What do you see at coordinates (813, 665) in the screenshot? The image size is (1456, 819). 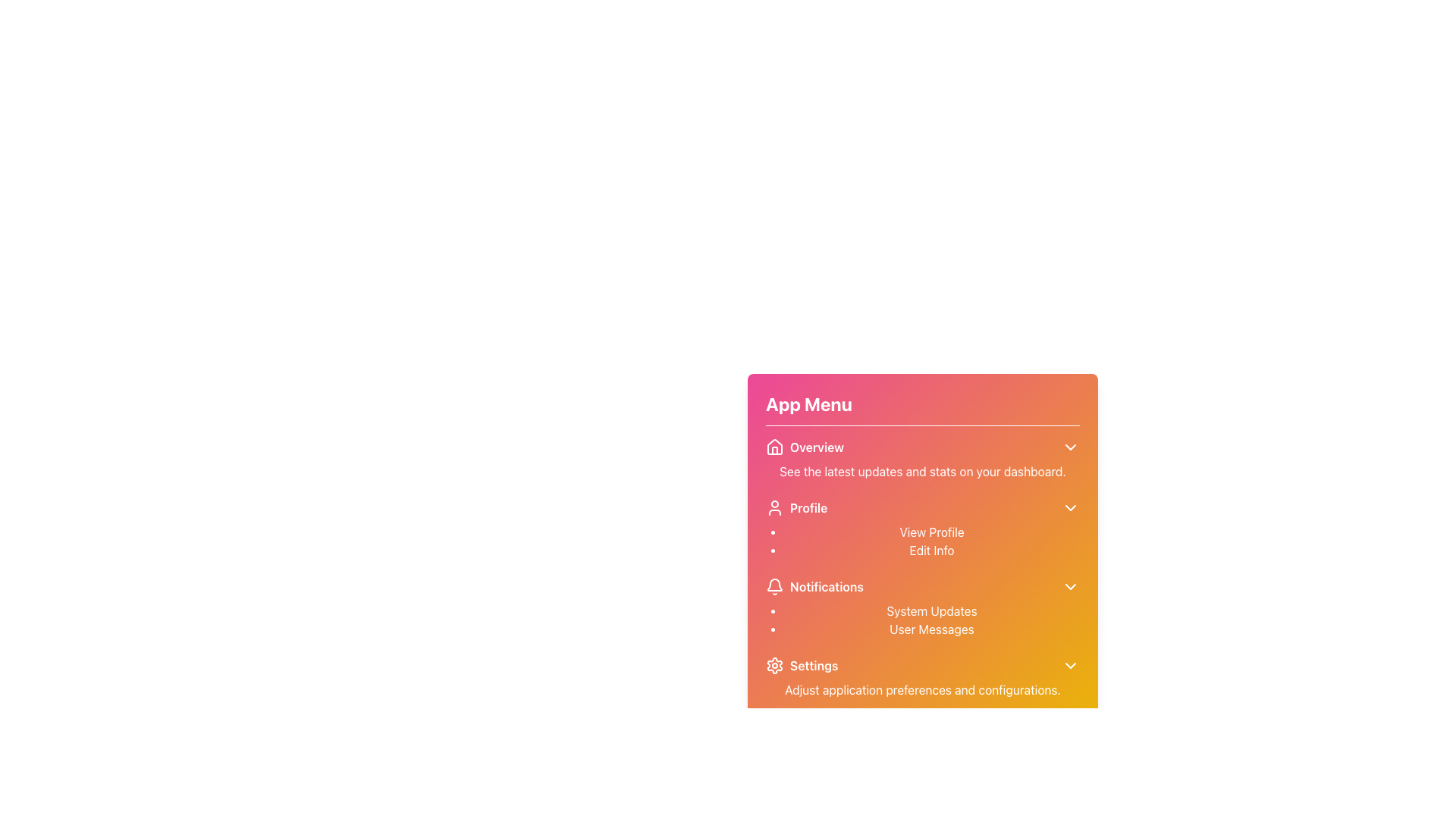 I see `text label that identifies the settings section in the App Menu, located directly to the right of the light gear icon` at bounding box center [813, 665].